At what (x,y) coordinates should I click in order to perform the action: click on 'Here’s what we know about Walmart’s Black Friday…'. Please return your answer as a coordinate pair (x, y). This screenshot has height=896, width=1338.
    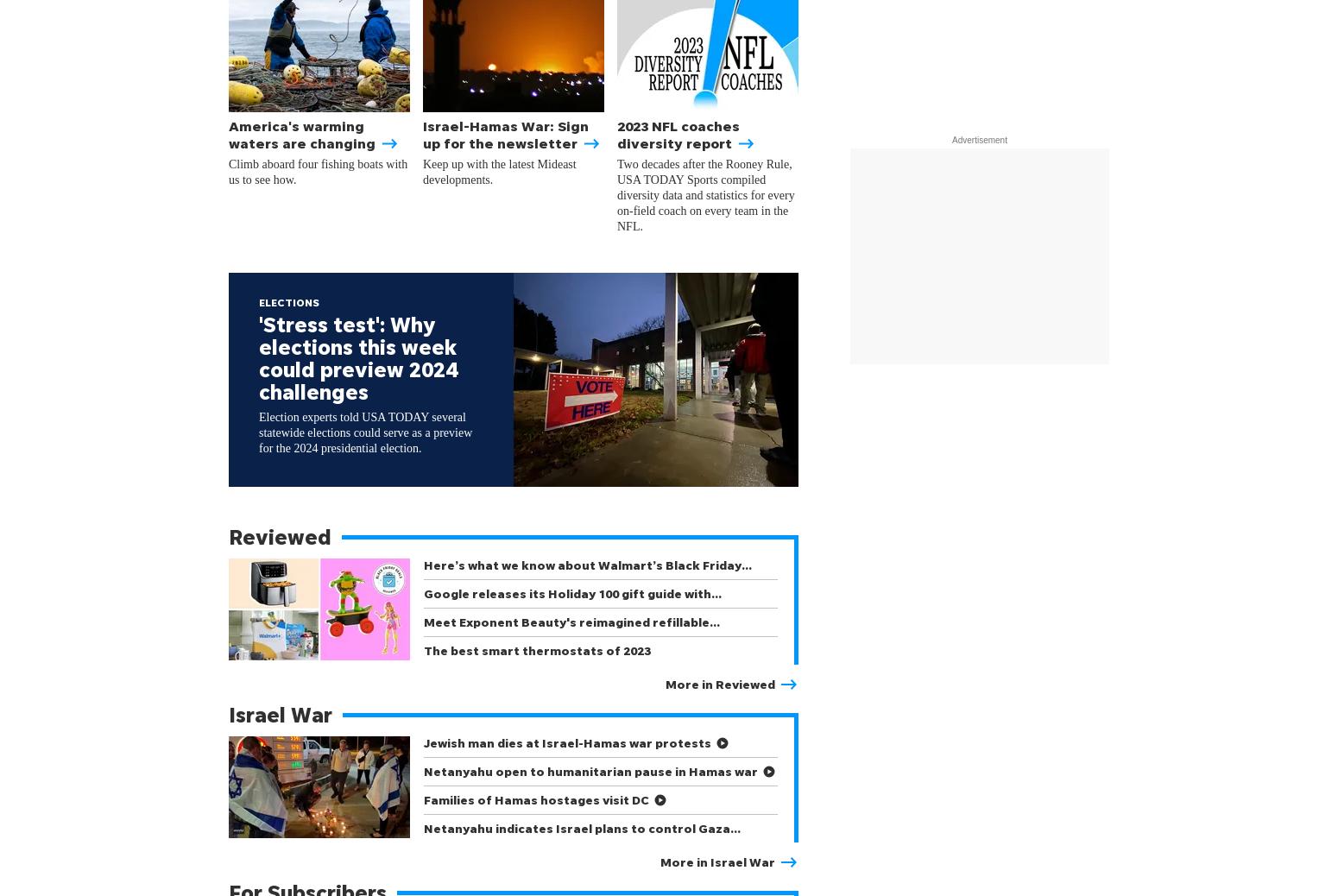
    Looking at the image, I should click on (587, 564).